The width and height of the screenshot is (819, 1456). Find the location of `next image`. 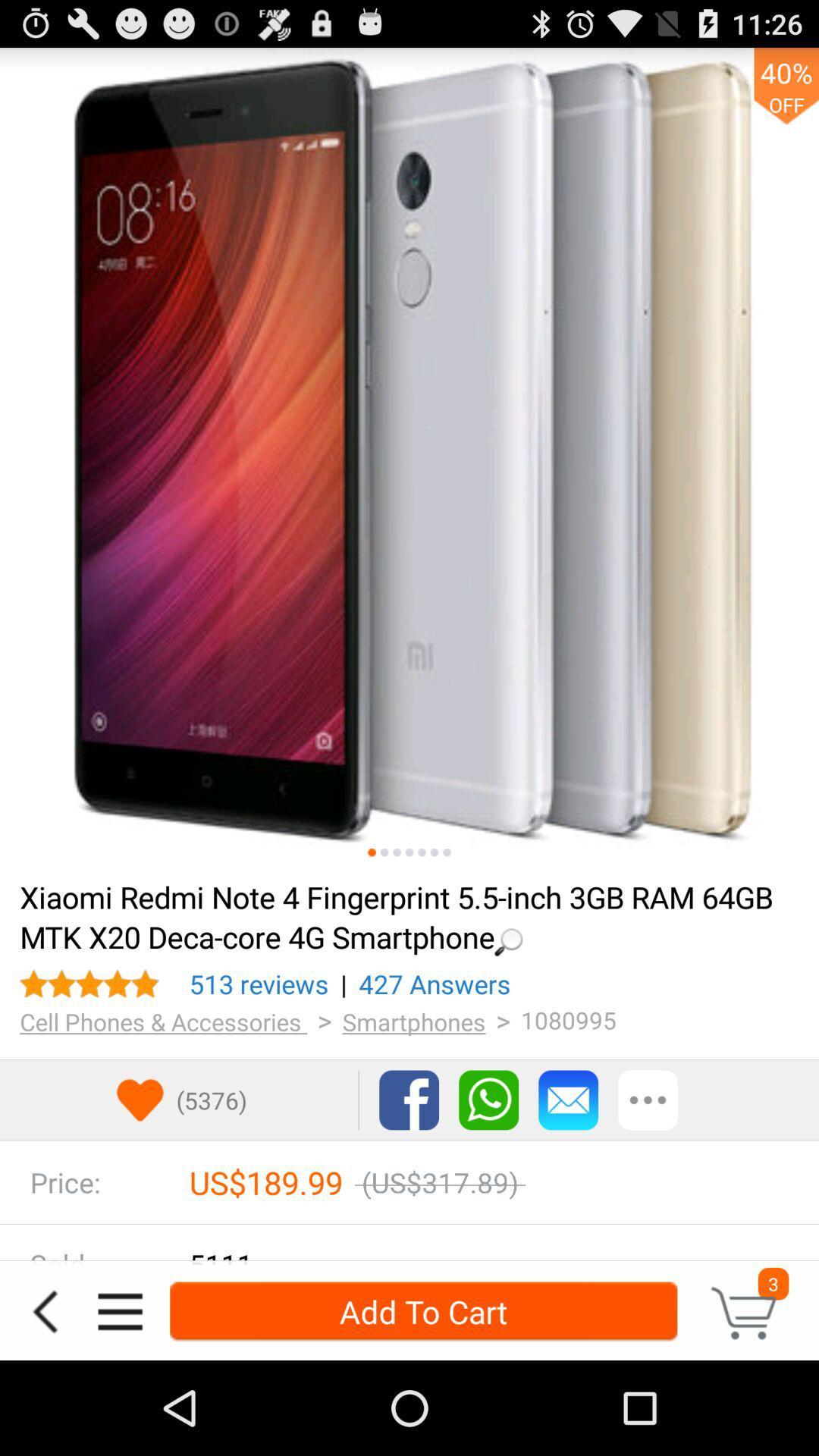

next image is located at coordinates (396, 852).